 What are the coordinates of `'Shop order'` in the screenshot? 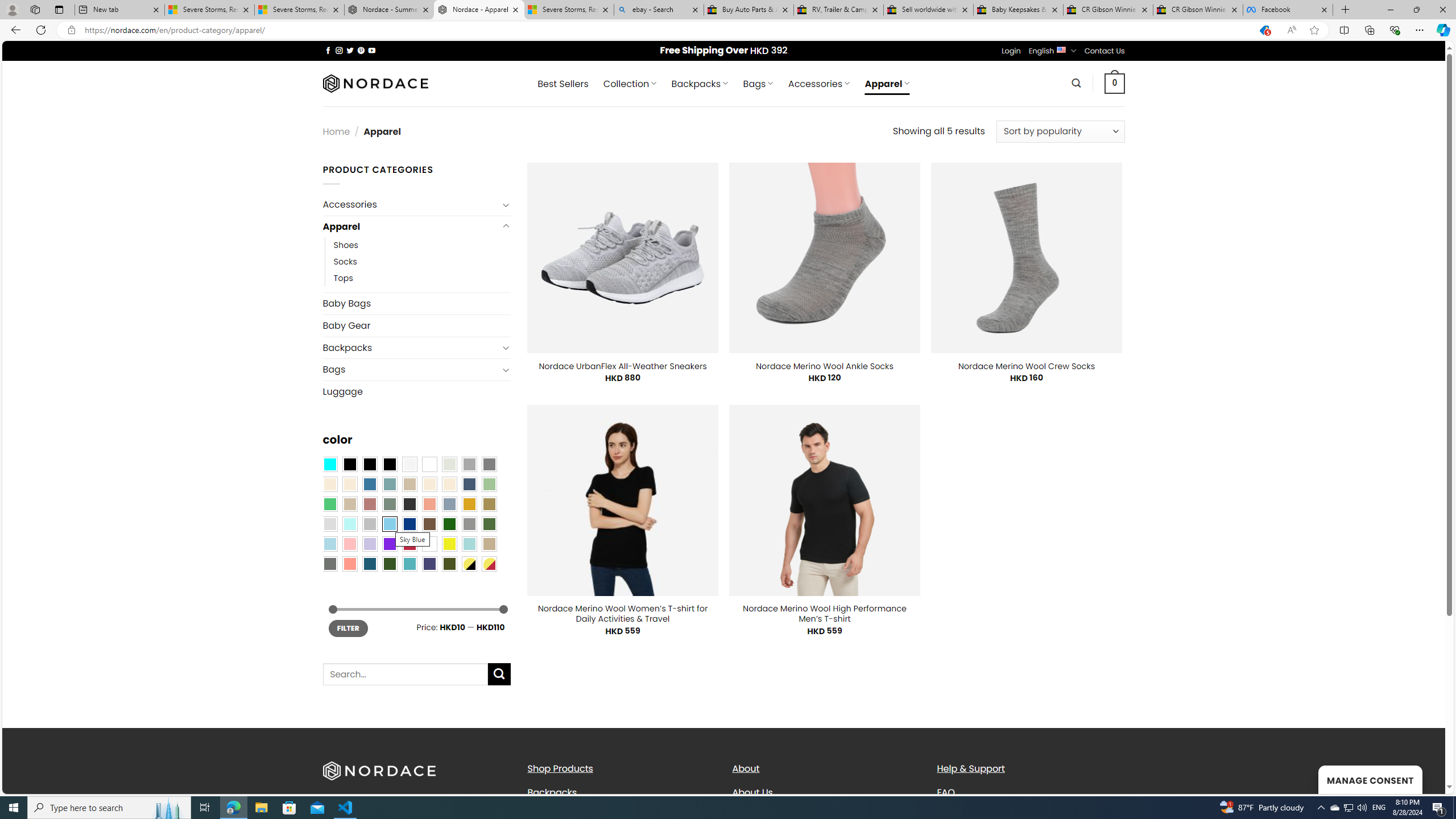 It's located at (1060, 131).